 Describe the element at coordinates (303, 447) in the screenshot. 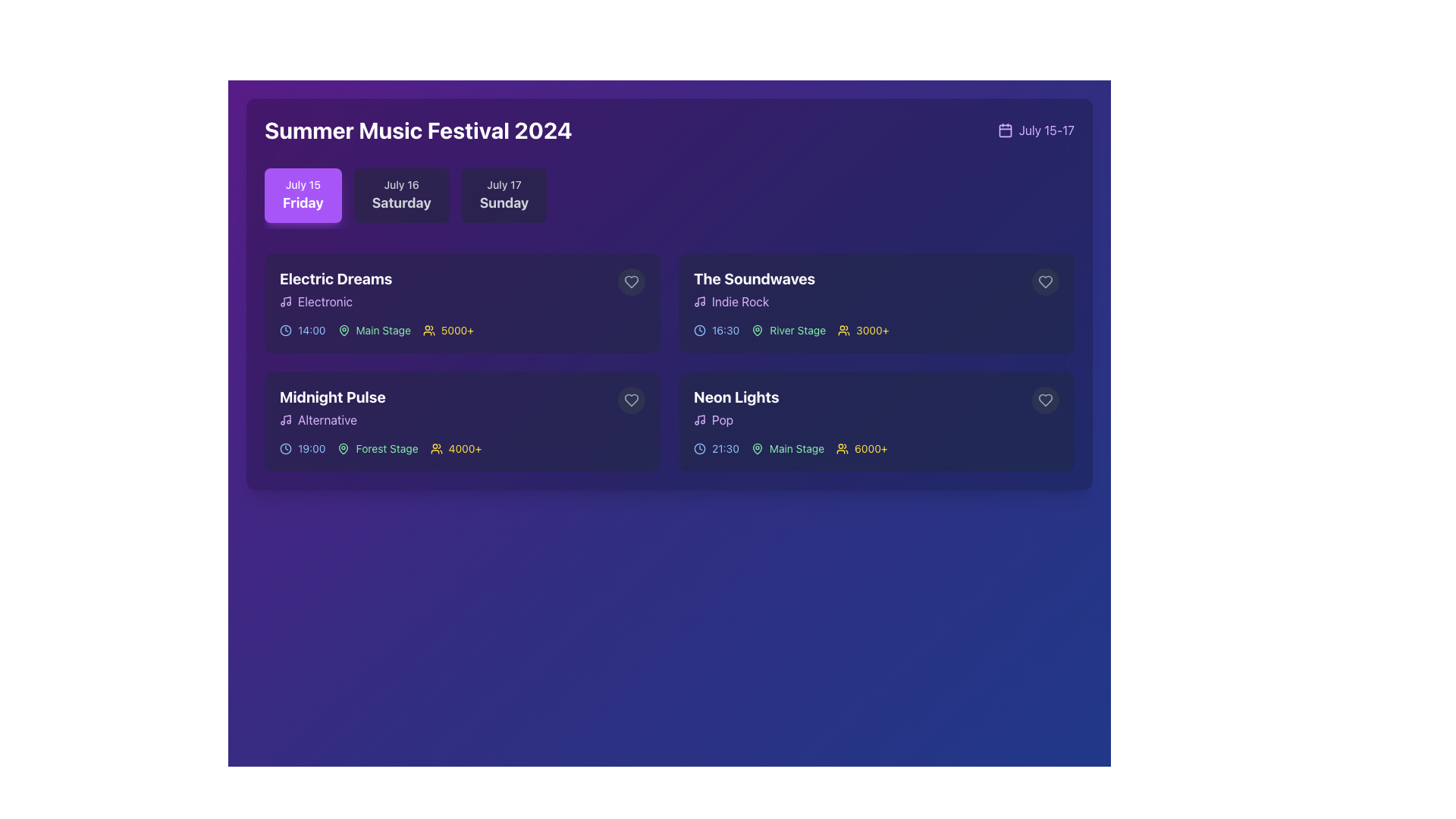

I see `time displayed in the Time Label with Icon showing '19:00' in blue text, located in the first position of the details row for the 'Midnight Pulse' event on Friday` at that location.